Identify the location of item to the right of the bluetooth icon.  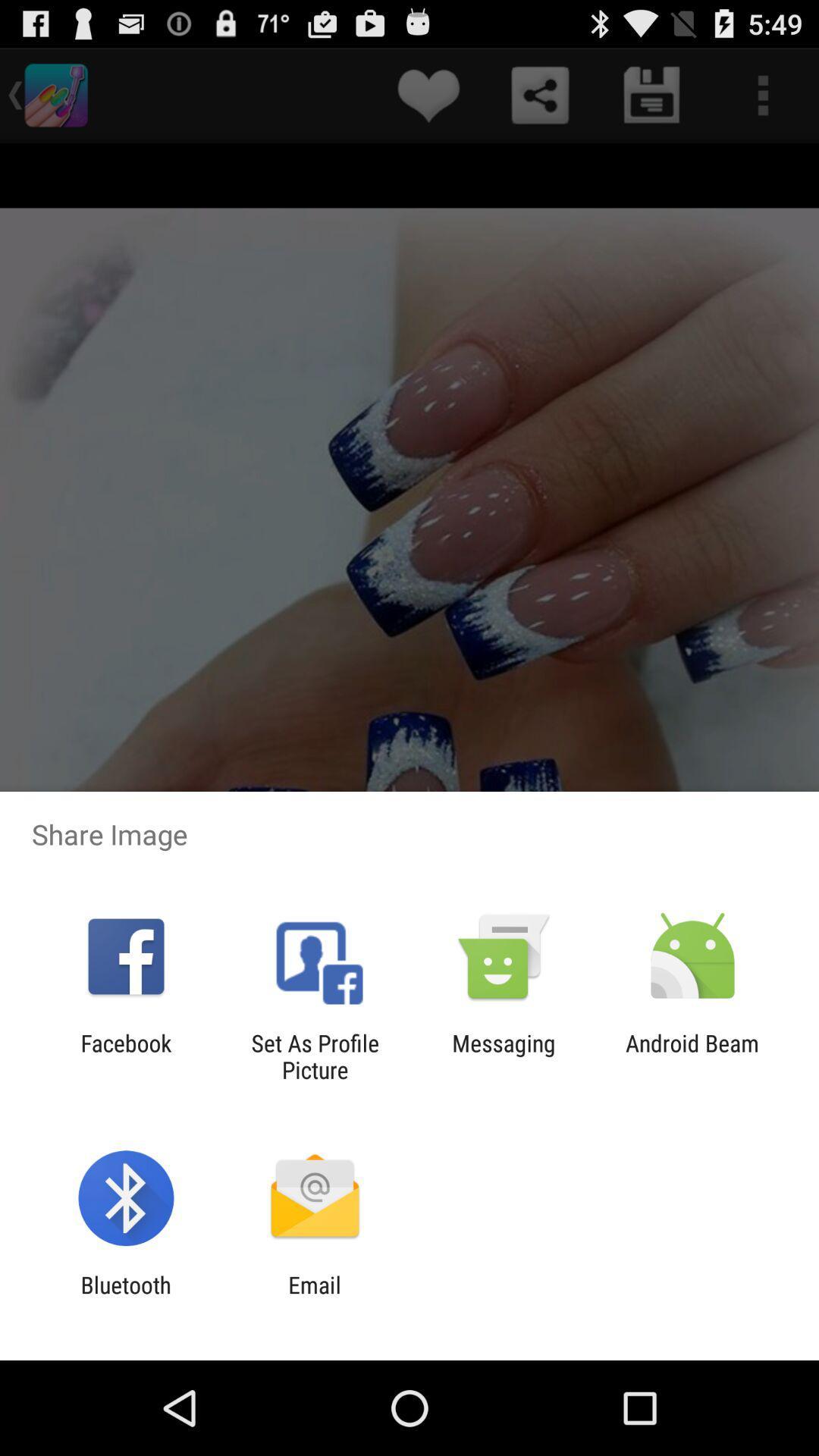
(314, 1298).